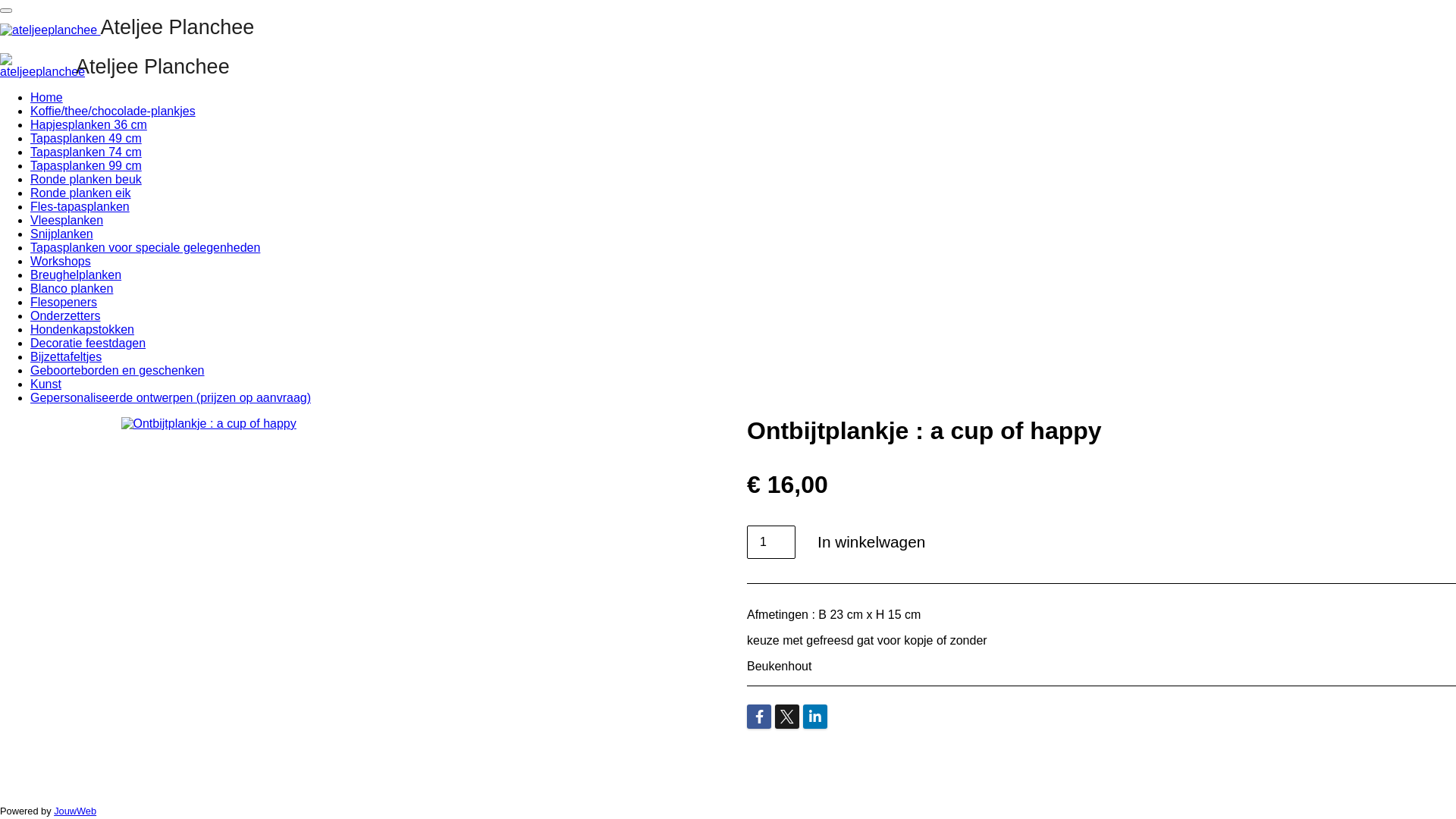  What do you see at coordinates (74, 810) in the screenshot?
I see `'JouwWeb'` at bounding box center [74, 810].